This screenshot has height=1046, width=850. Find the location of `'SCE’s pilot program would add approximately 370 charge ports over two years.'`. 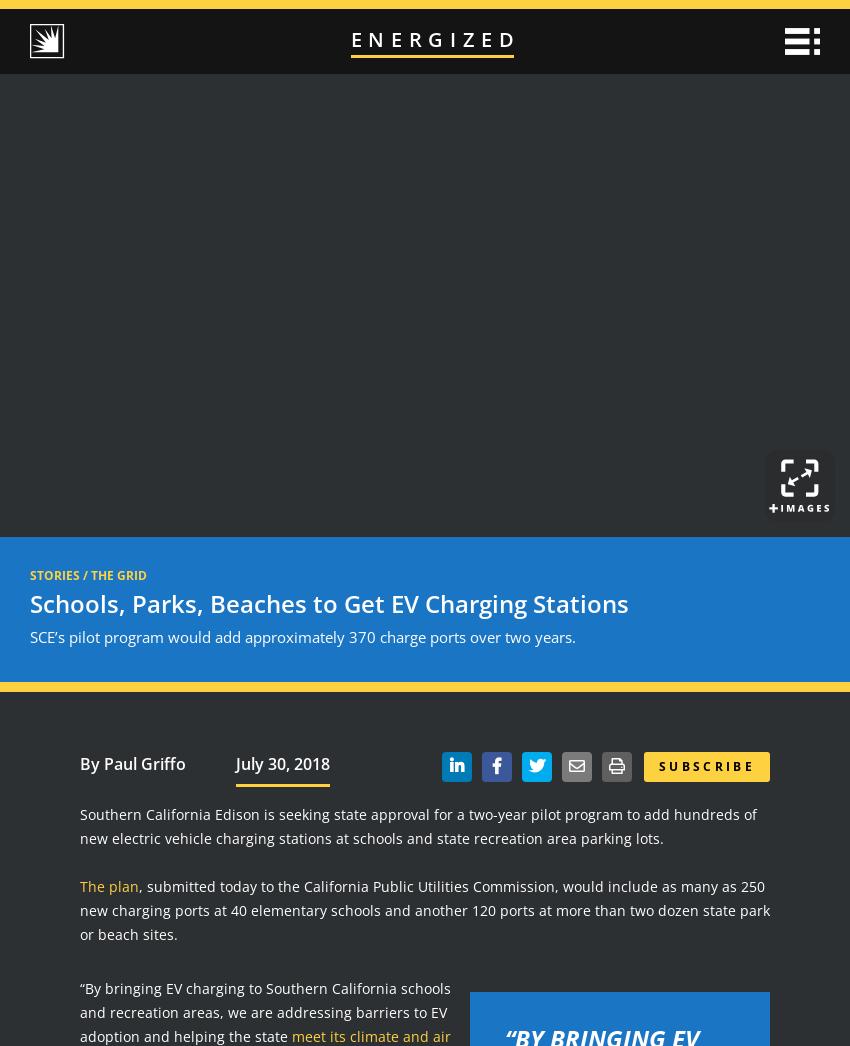

'SCE’s pilot program would add approximately 370 charge ports over two years.' is located at coordinates (303, 634).